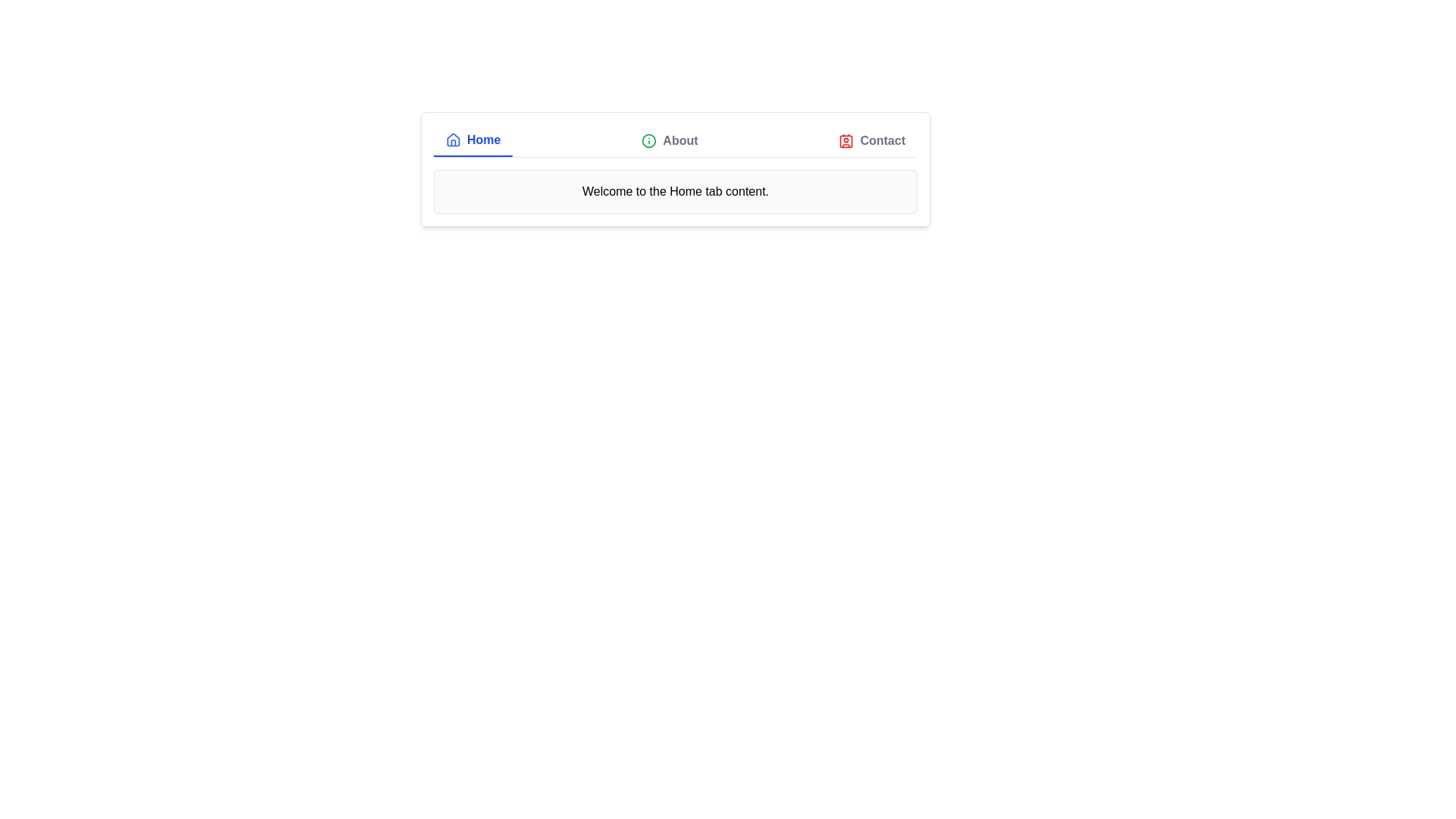 This screenshot has width=1456, height=819. Describe the element at coordinates (872, 140) in the screenshot. I see `the navigation menu button that serves as the third item in the horizontal navigation bar, which navigates to the Contact section` at that location.